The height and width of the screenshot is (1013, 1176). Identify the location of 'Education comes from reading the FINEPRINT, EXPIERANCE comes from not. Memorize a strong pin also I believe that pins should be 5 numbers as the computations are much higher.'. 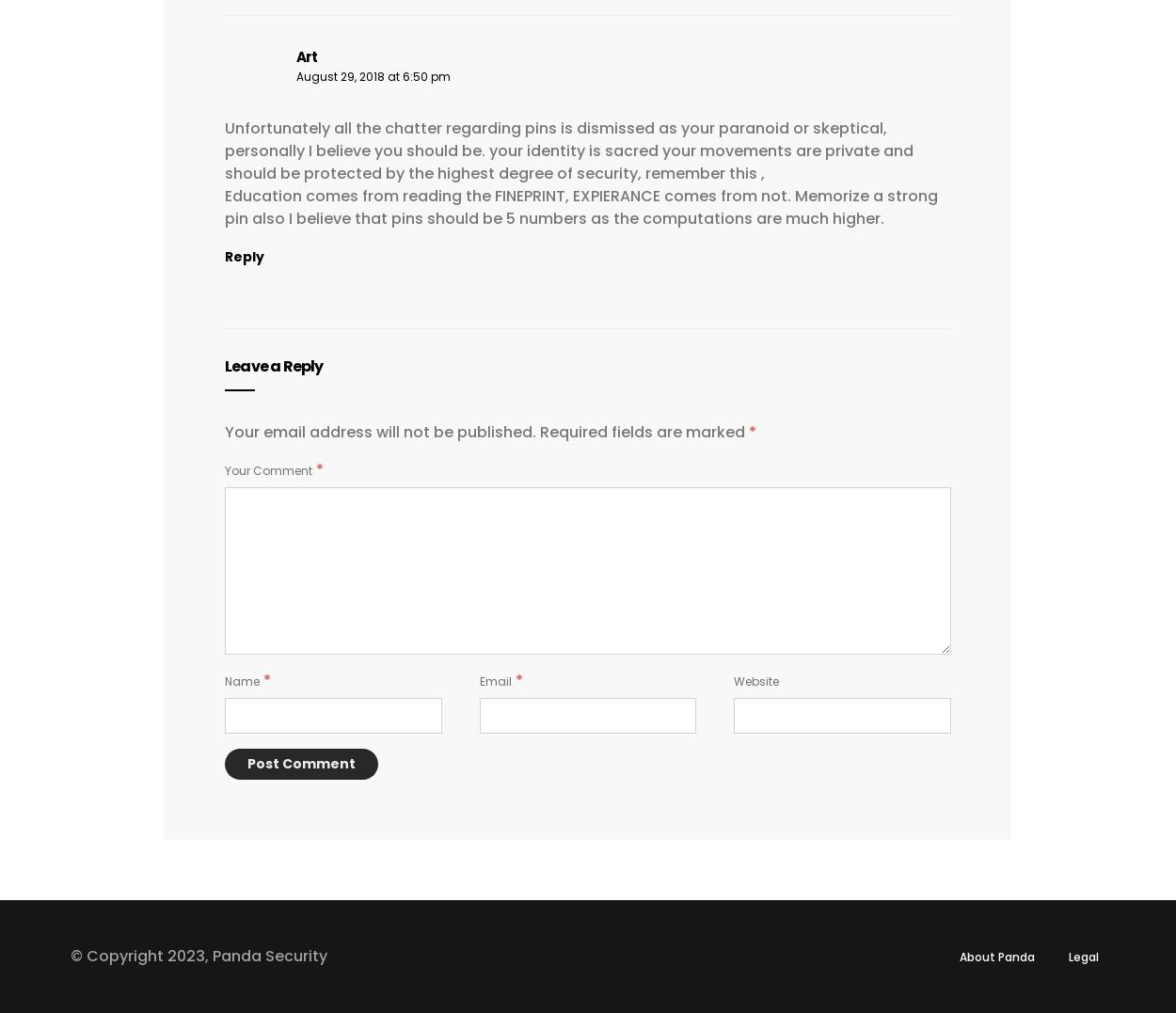
(224, 206).